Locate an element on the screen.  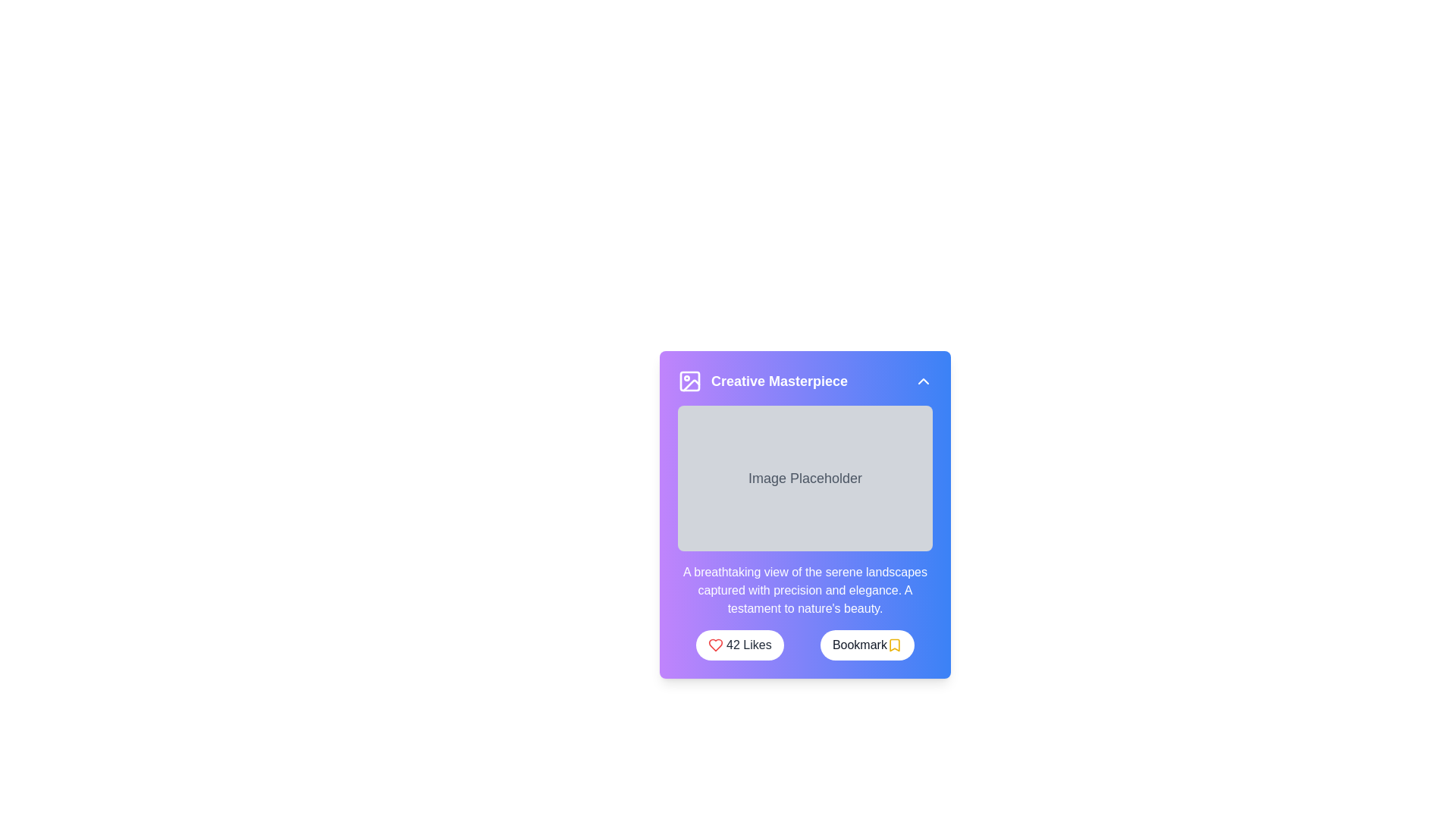
the Decorative Shape located in the upper-left corner of the 'Creative Masterpiece' button if it is interactive is located at coordinates (689, 380).